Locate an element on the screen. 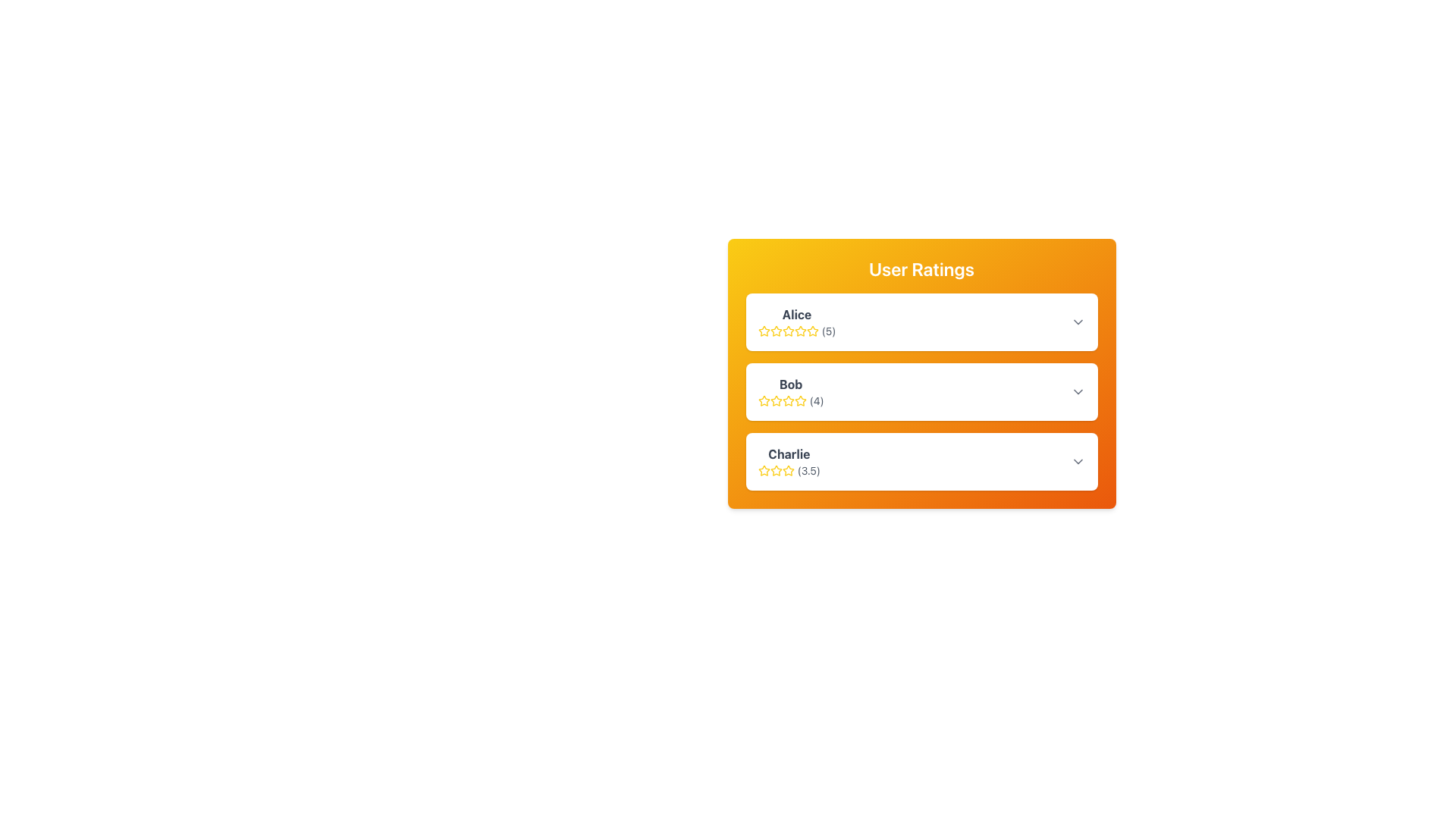 This screenshot has width=1456, height=819. text label displaying the star rating value located to the right of the five yellow star icons in the 'User Ratings' section for 'Alice' is located at coordinates (828, 330).